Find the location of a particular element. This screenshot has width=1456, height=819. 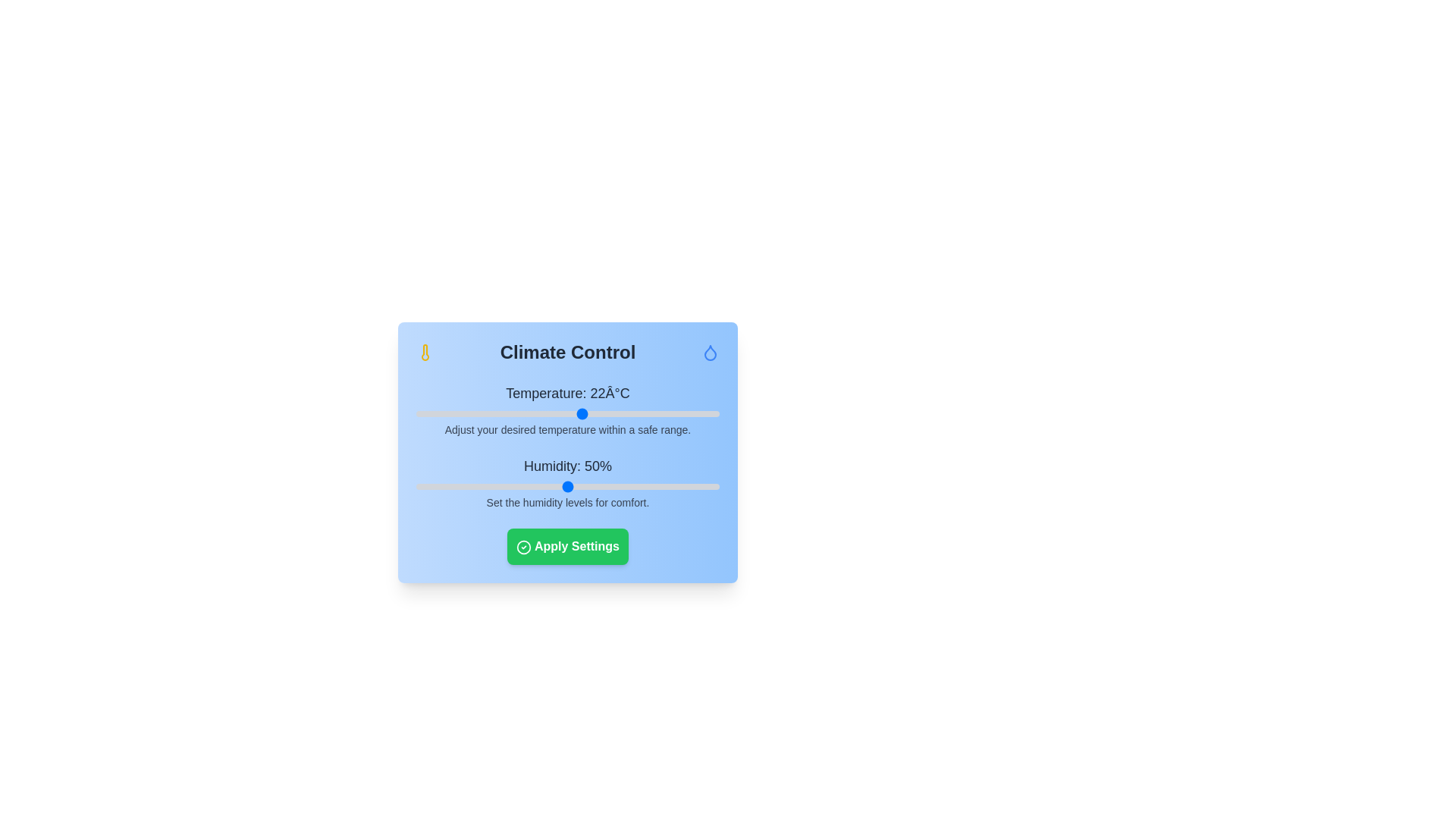

the blue knob of the range slider located beneath the text 'Temperature: 22°C' is located at coordinates (566, 414).